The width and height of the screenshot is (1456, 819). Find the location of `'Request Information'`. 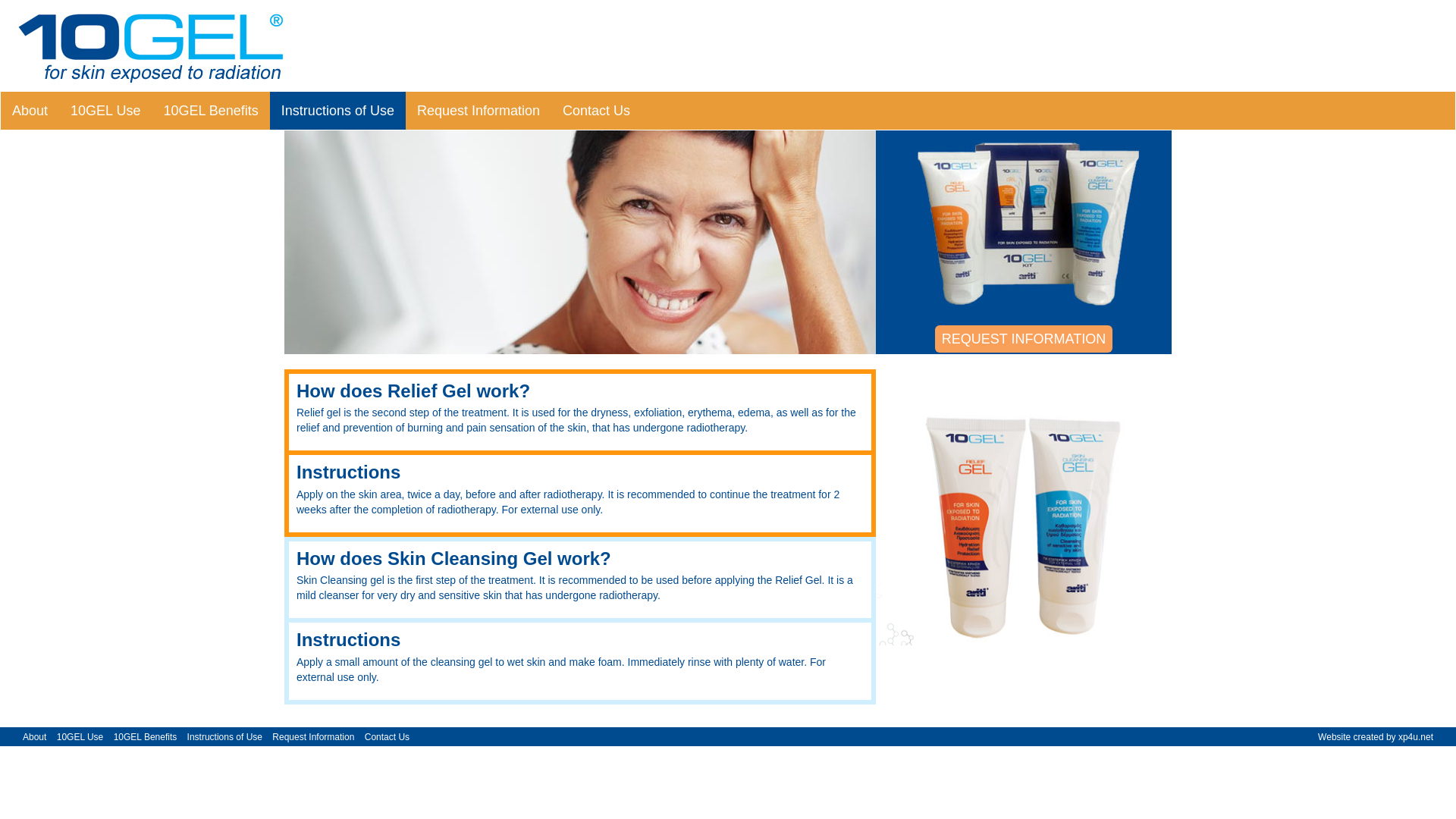

'Request Information' is located at coordinates (477, 110).